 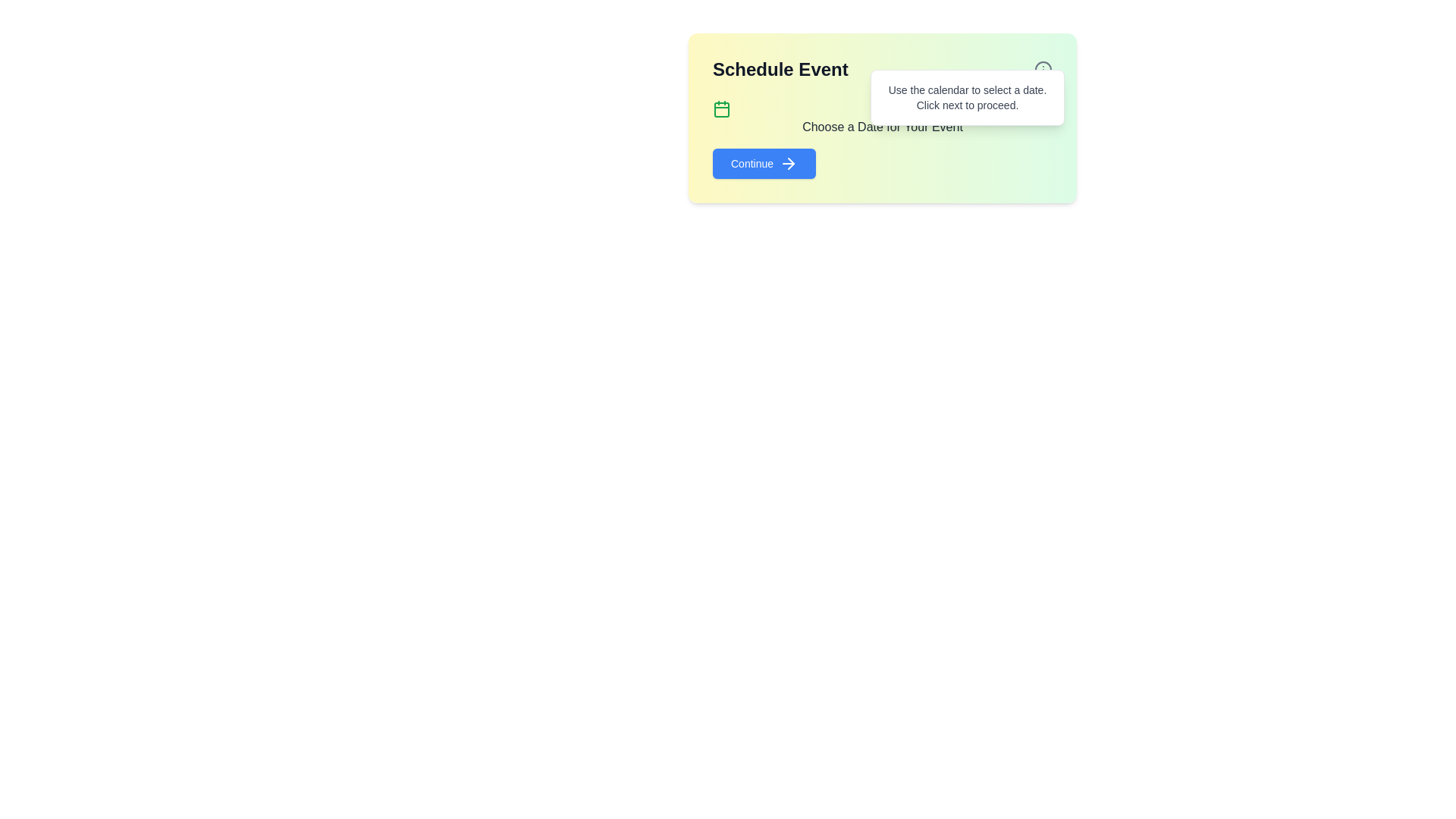 What do you see at coordinates (882, 127) in the screenshot?
I see `the title or instruction text that prompts the user to select a date for their event, located below a tip text and to the right of a calendar icon` at bounding box center [882, 127].